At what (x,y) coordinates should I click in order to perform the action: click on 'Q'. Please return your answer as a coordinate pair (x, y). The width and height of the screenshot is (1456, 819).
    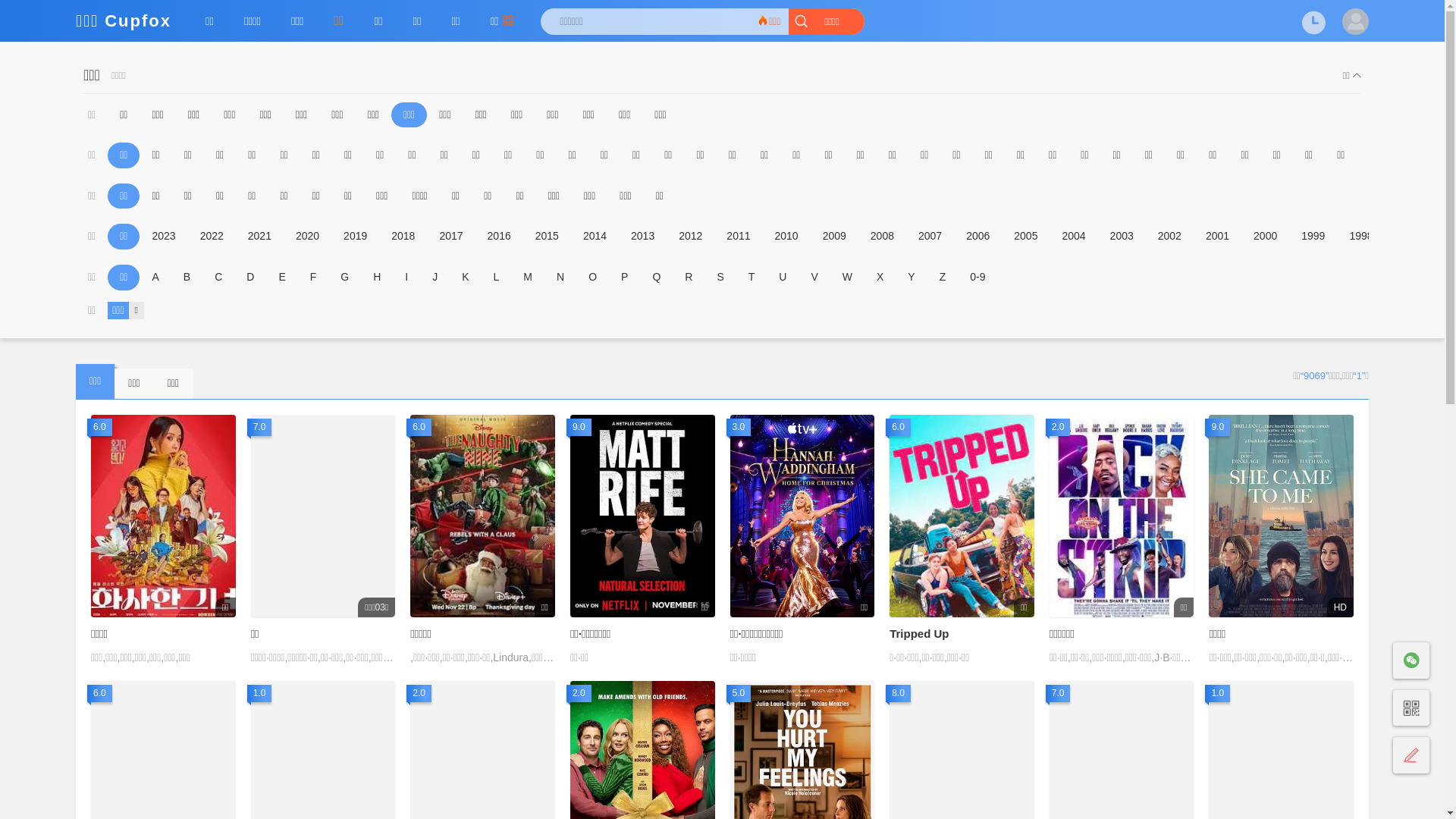
    Looking at the image, I should click on (656, 278).